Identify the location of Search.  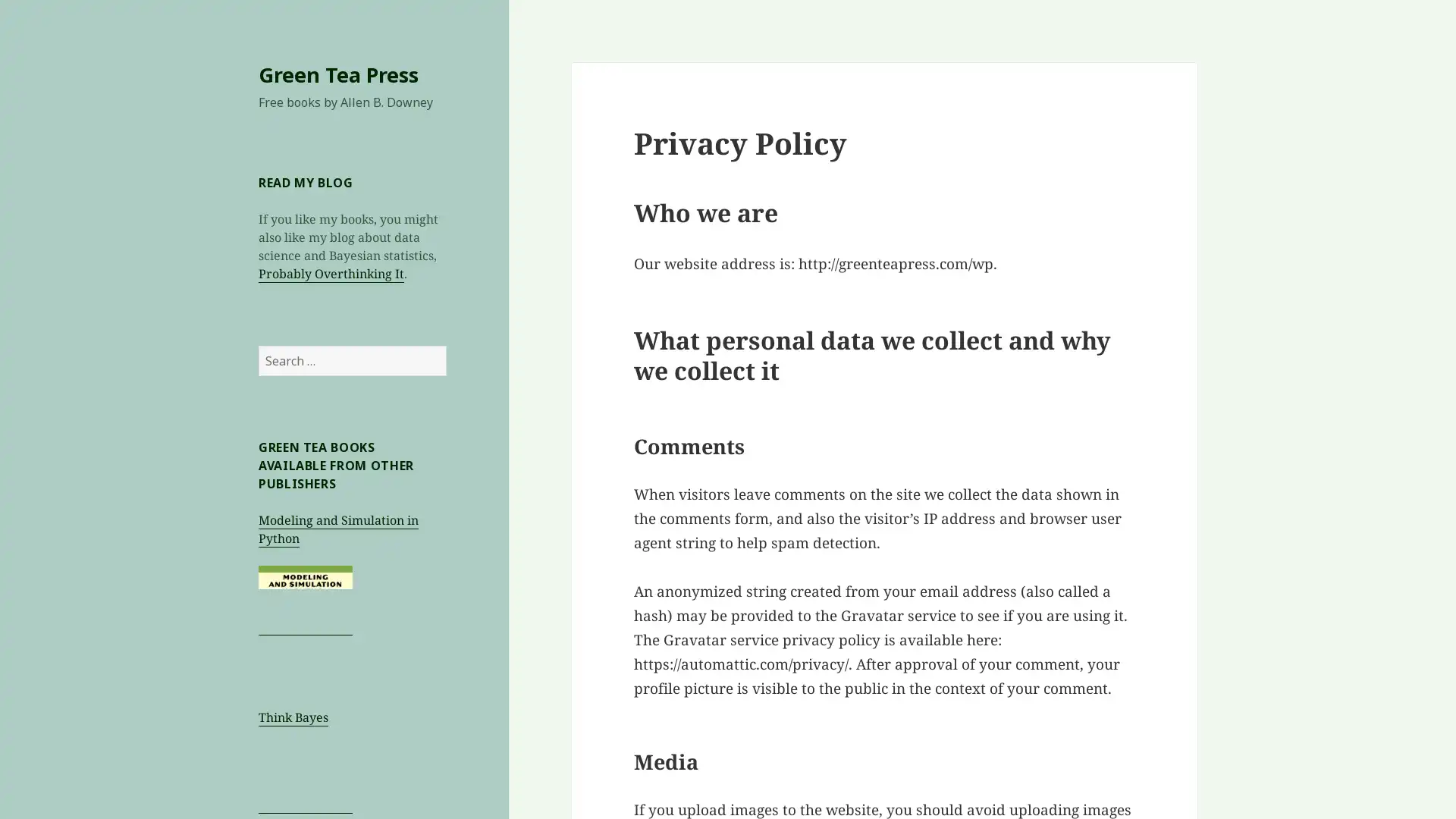
(445, 345).